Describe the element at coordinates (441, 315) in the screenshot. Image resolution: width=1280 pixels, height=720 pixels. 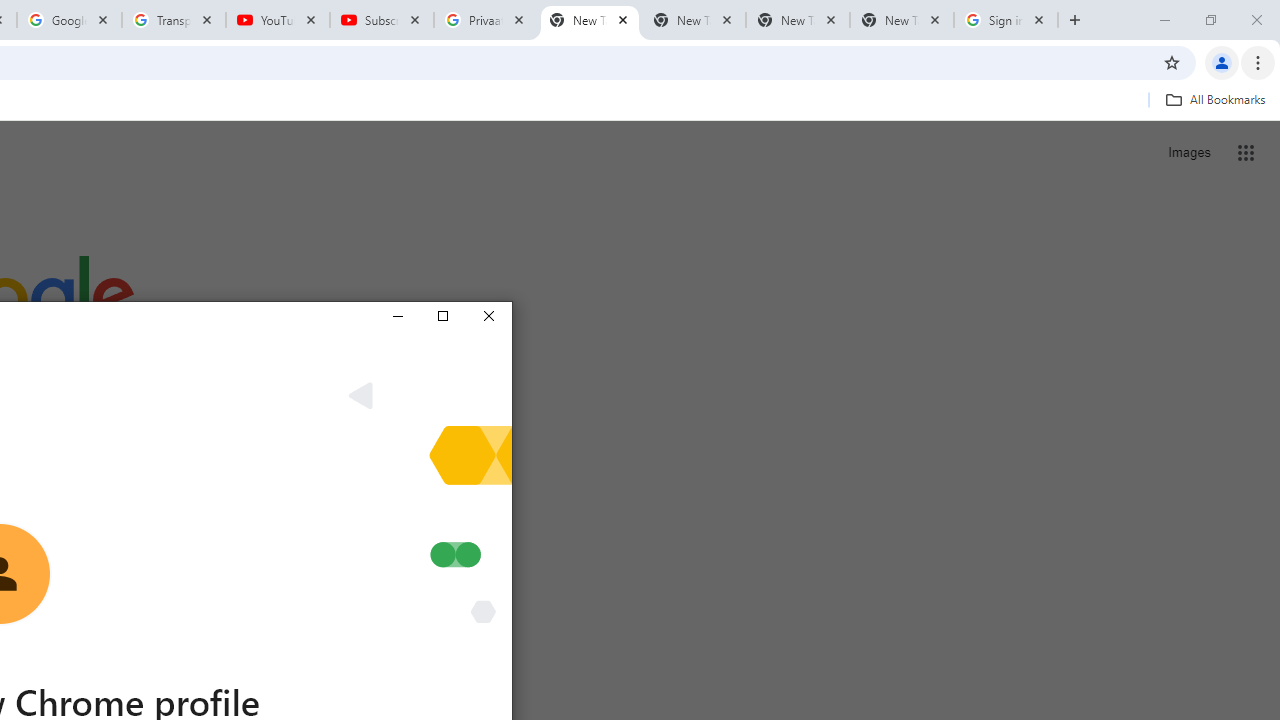
I see `'Maximize'` at that location.